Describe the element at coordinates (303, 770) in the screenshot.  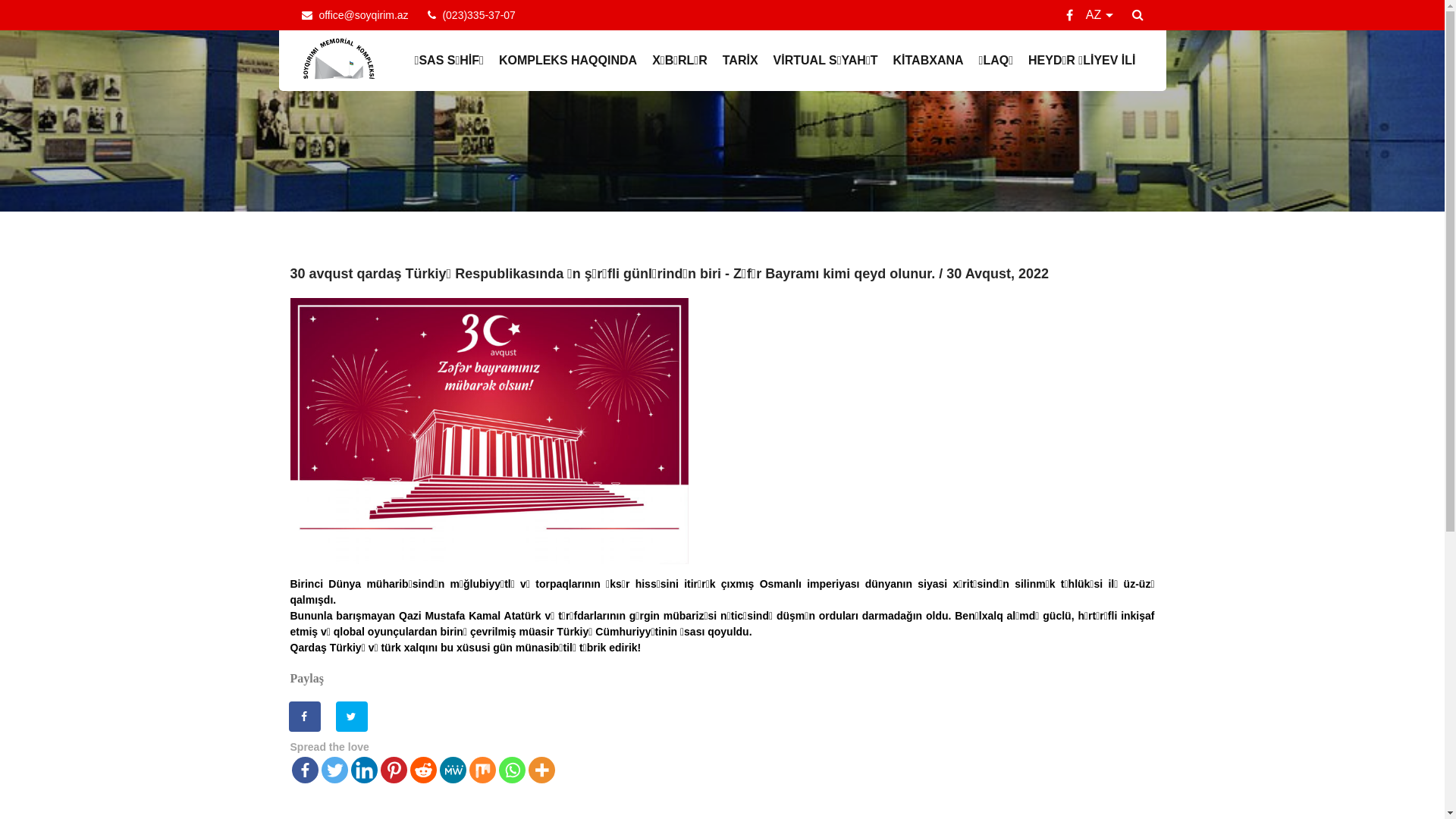
I see `'Facebook'` at that location.